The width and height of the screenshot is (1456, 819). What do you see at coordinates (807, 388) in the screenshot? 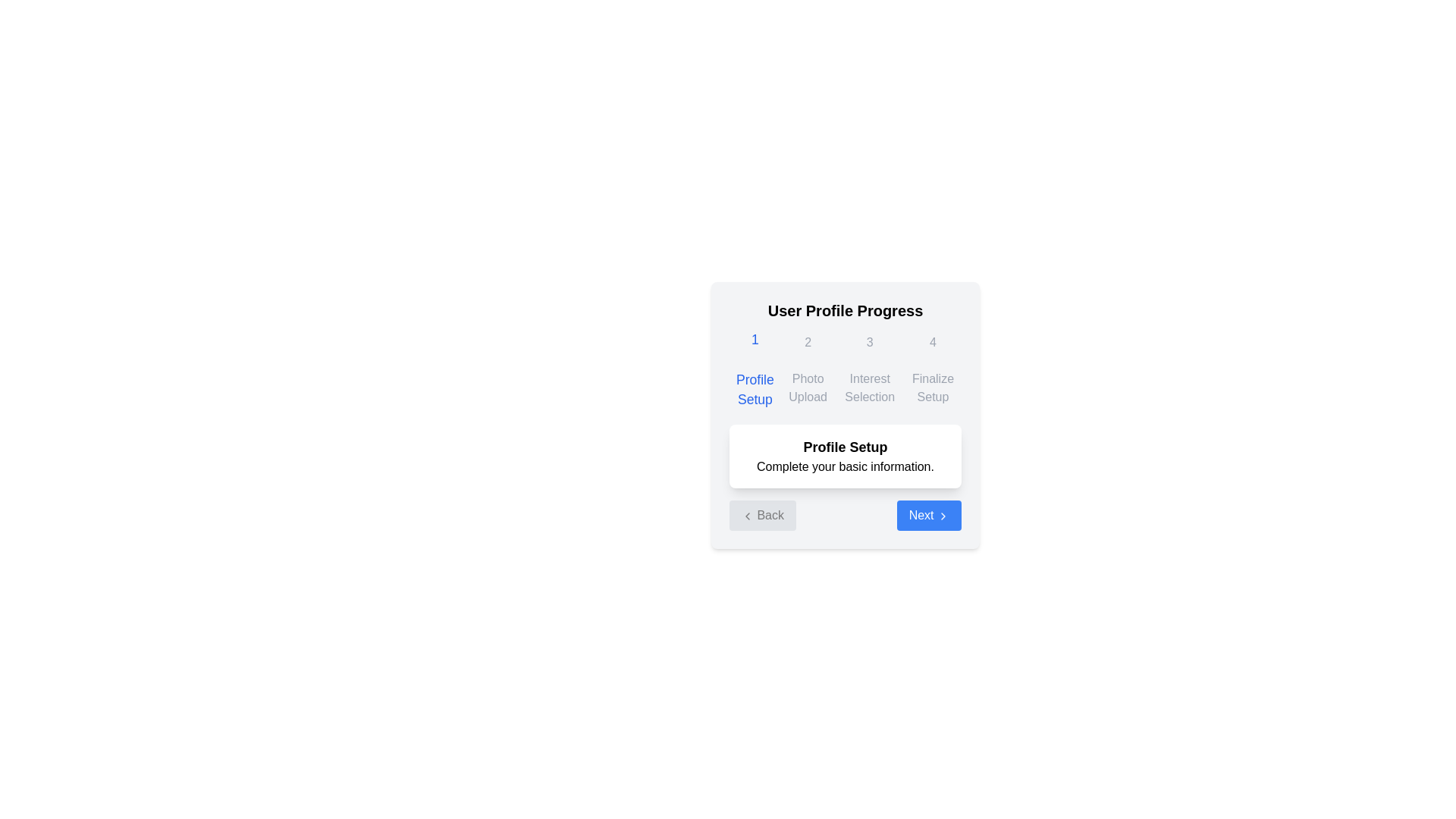
I see `the 'Photo Upload' label, which features the text styled in light gray and is located in the second step of the 'User Profile Progress' interface, beneath the digit '2' and to the right of the 'Profile Setup' label` at bounding box center [807, 388].